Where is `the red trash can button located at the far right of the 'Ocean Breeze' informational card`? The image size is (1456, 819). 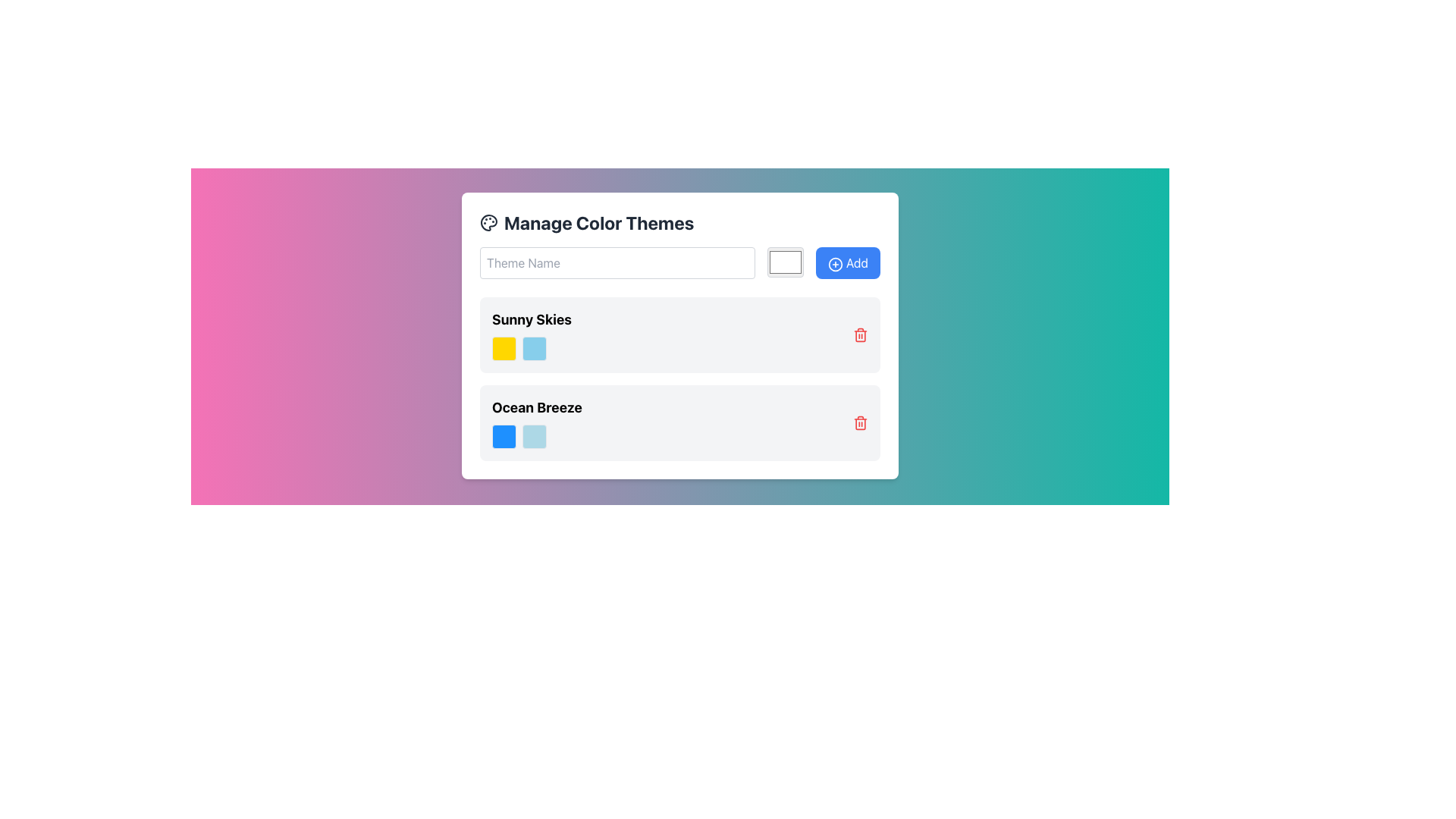
the red trash can button located at the far right of the 'Ocean Breeze' informational card is located at coordinates (860, 423).